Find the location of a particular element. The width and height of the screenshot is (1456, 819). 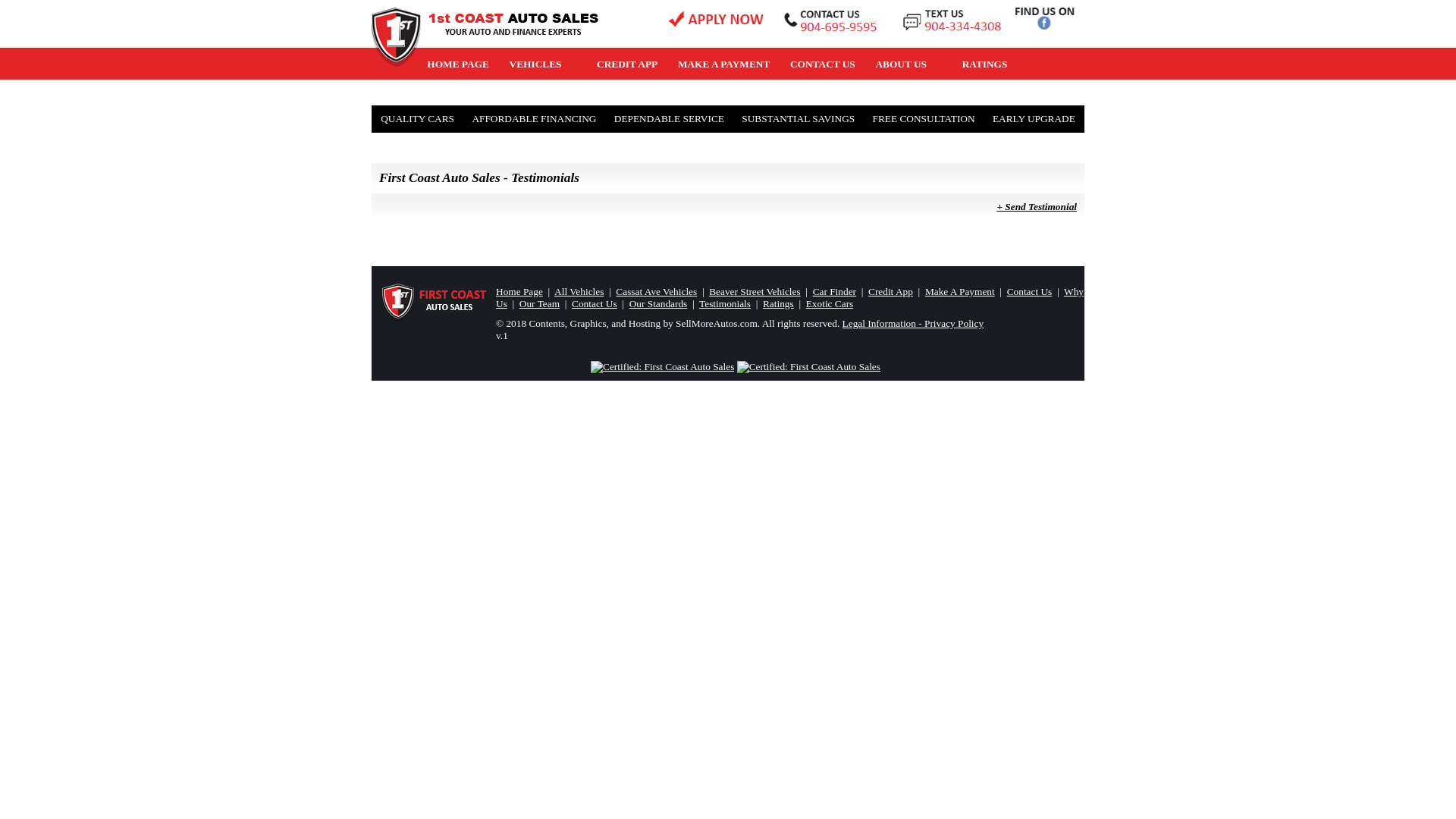

'QUALITY CARS' is located at coordinates (417, 118).